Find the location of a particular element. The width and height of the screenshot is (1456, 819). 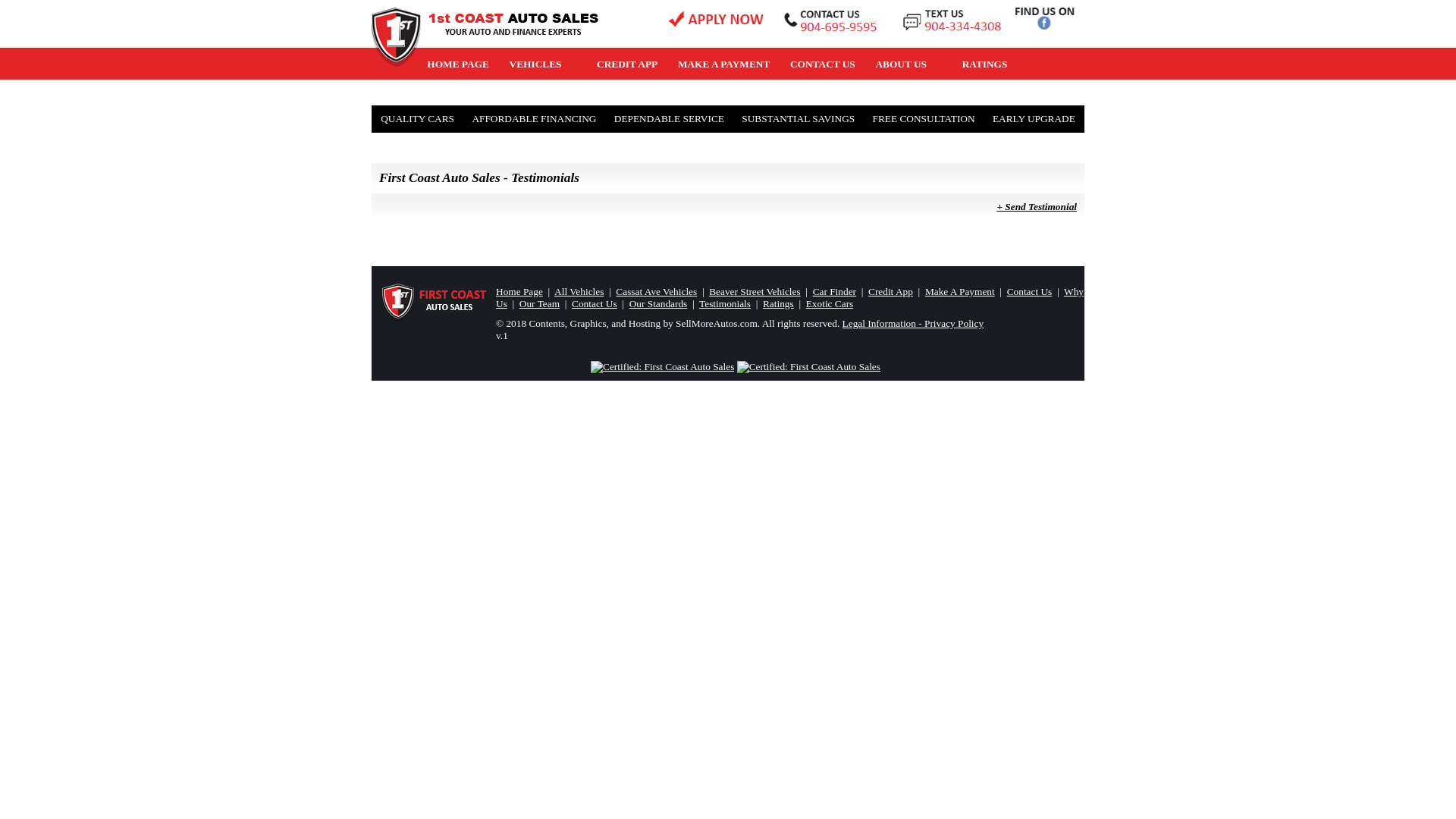

'QUALITY CARS' is located at coordinates (417, 118).